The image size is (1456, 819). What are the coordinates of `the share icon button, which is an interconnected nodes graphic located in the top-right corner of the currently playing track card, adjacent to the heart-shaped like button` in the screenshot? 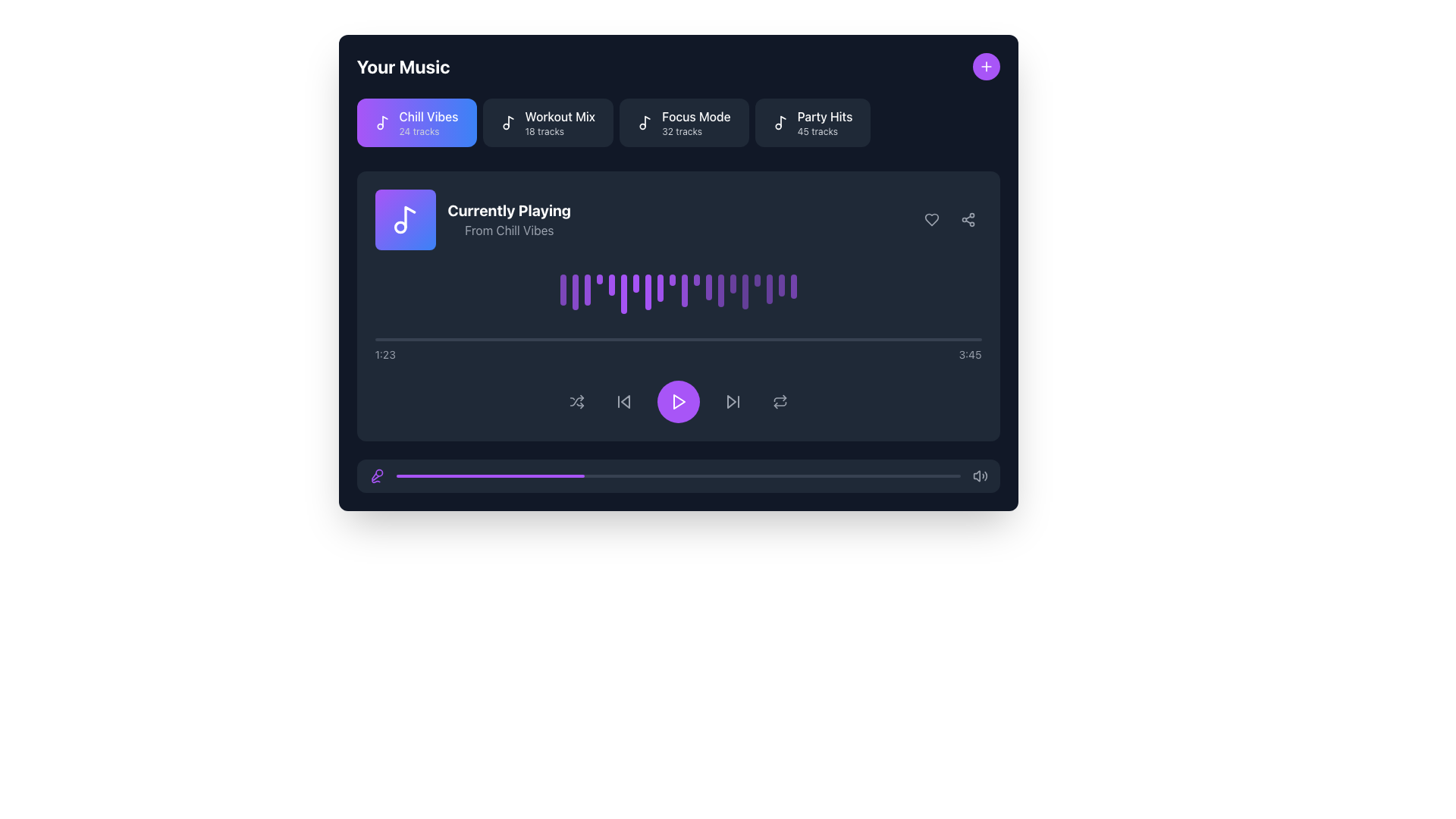 It's located at (967, 219).